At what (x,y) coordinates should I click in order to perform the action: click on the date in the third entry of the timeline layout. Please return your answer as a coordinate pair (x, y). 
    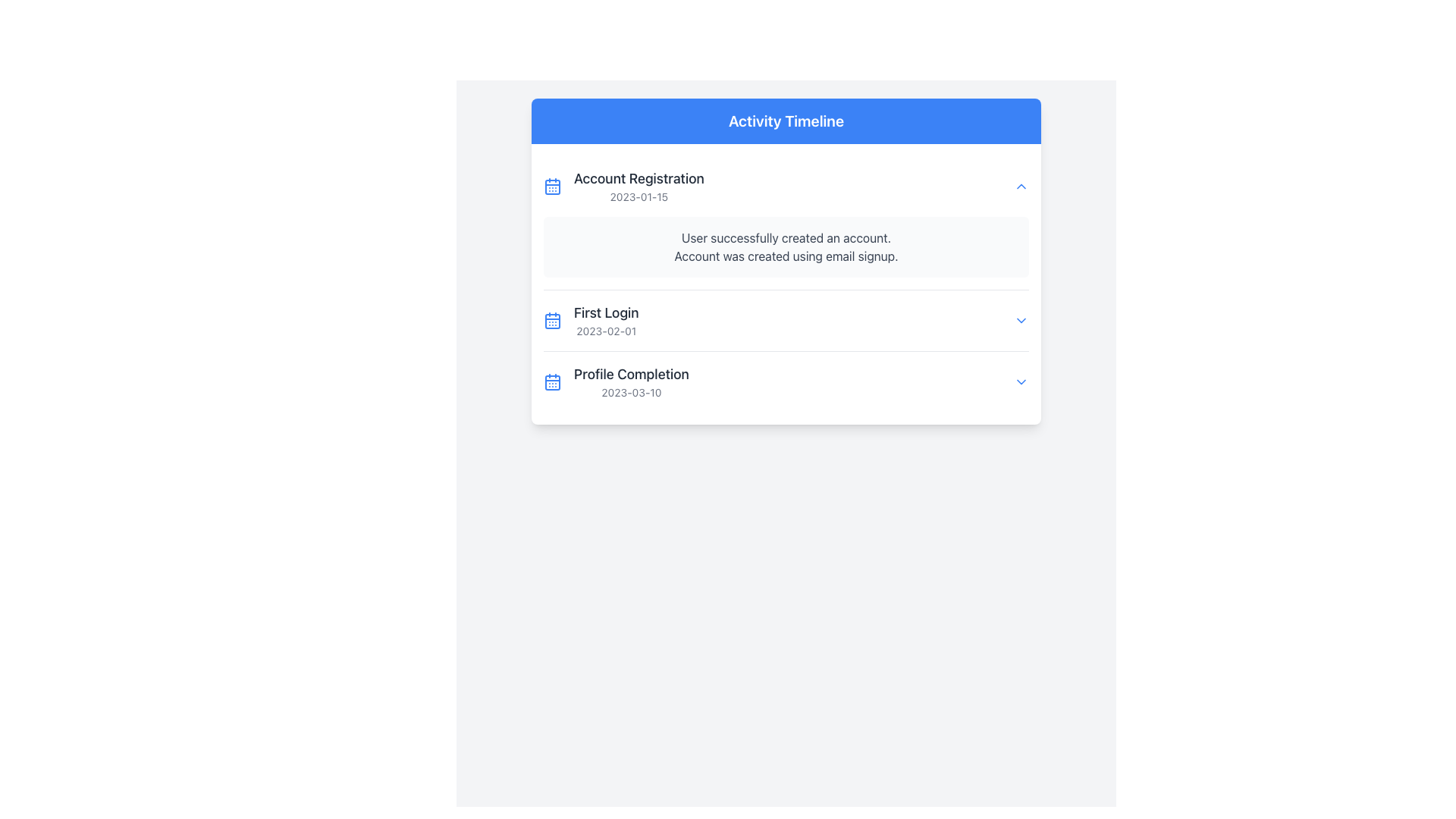
    Looking at the image, I should click on (786, 381).